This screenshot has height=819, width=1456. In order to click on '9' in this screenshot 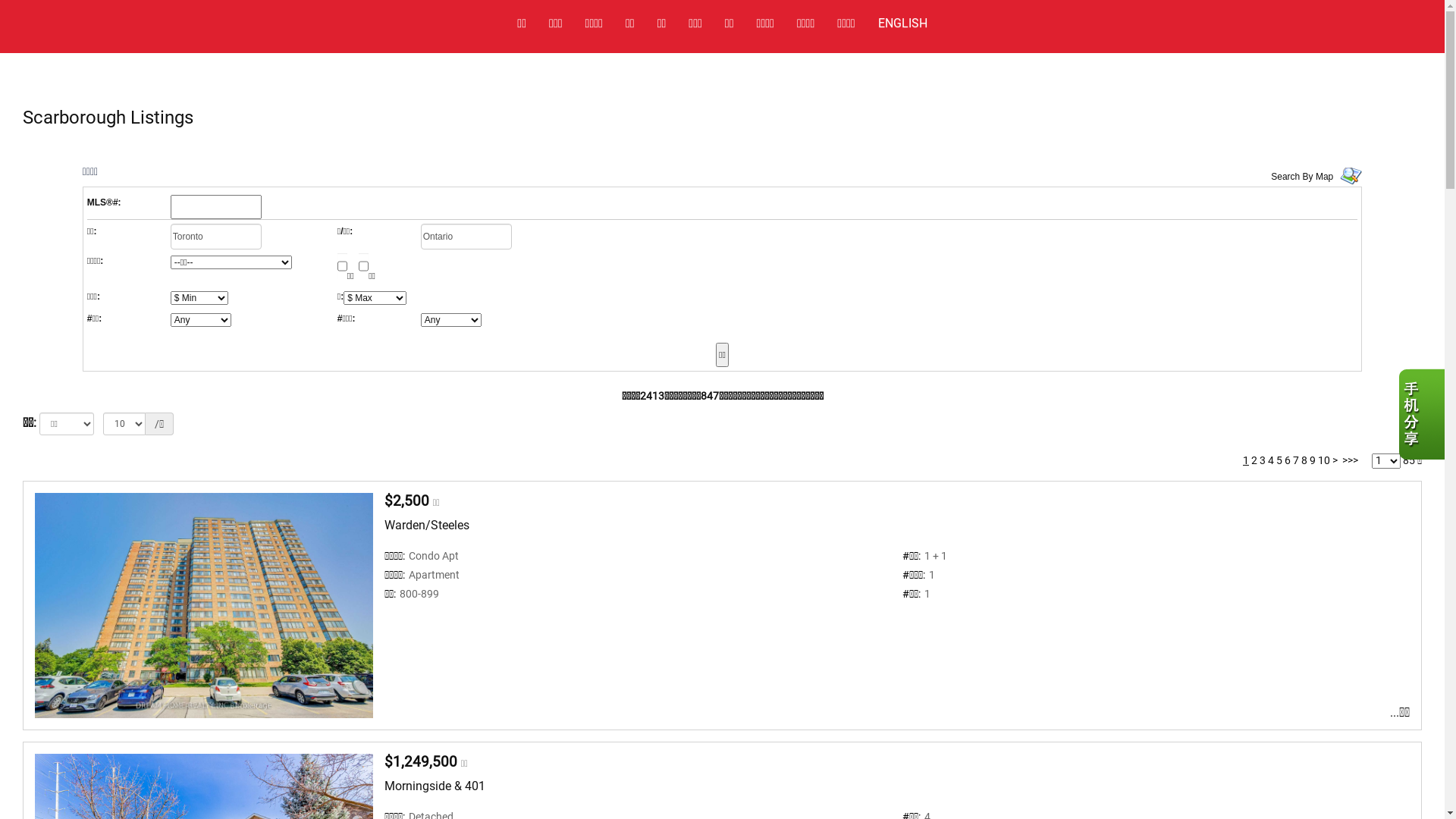, I will do `click(1312, 459)`.